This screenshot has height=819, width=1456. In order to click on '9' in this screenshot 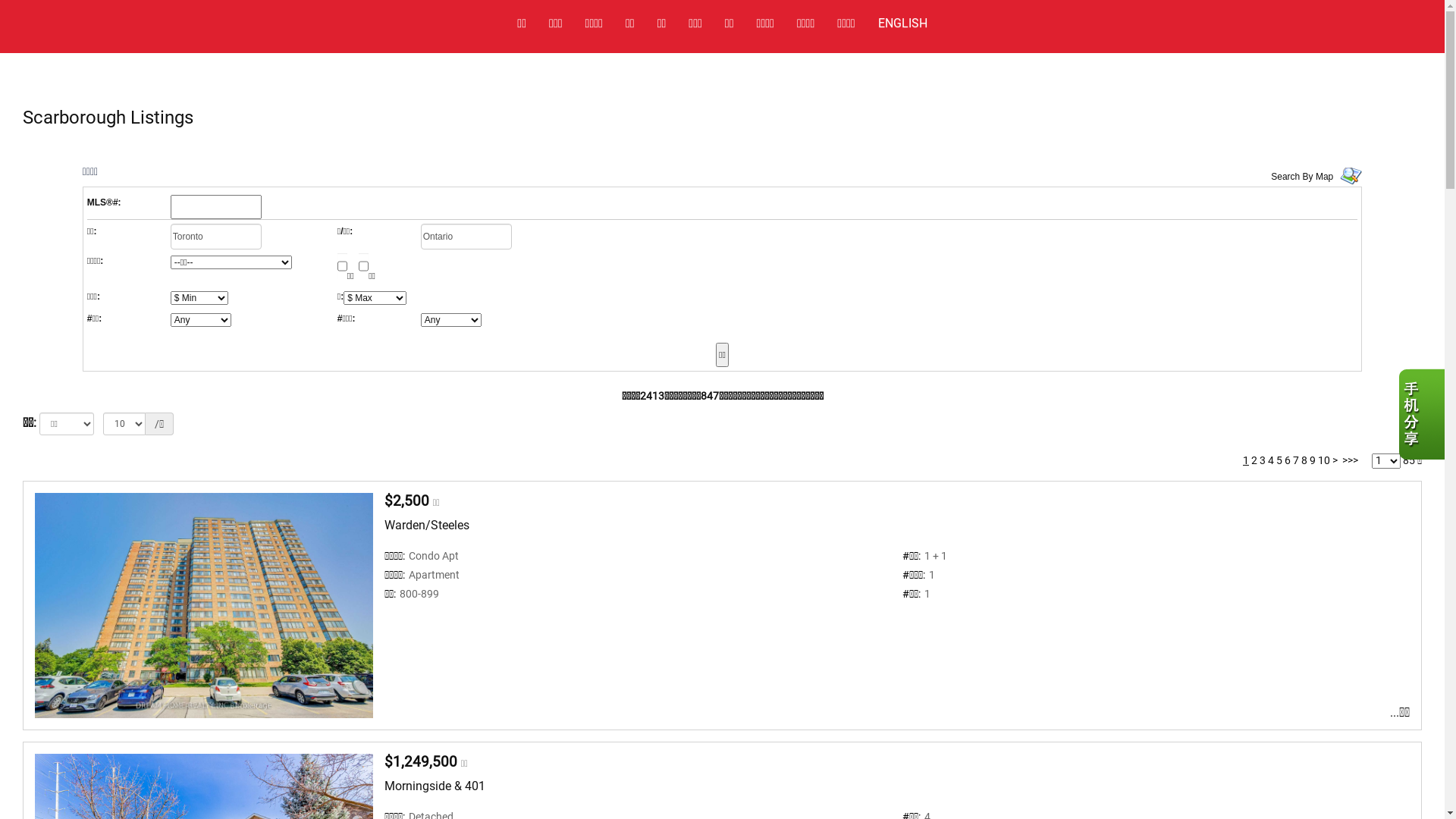, I will do `click(1312, 459)`.